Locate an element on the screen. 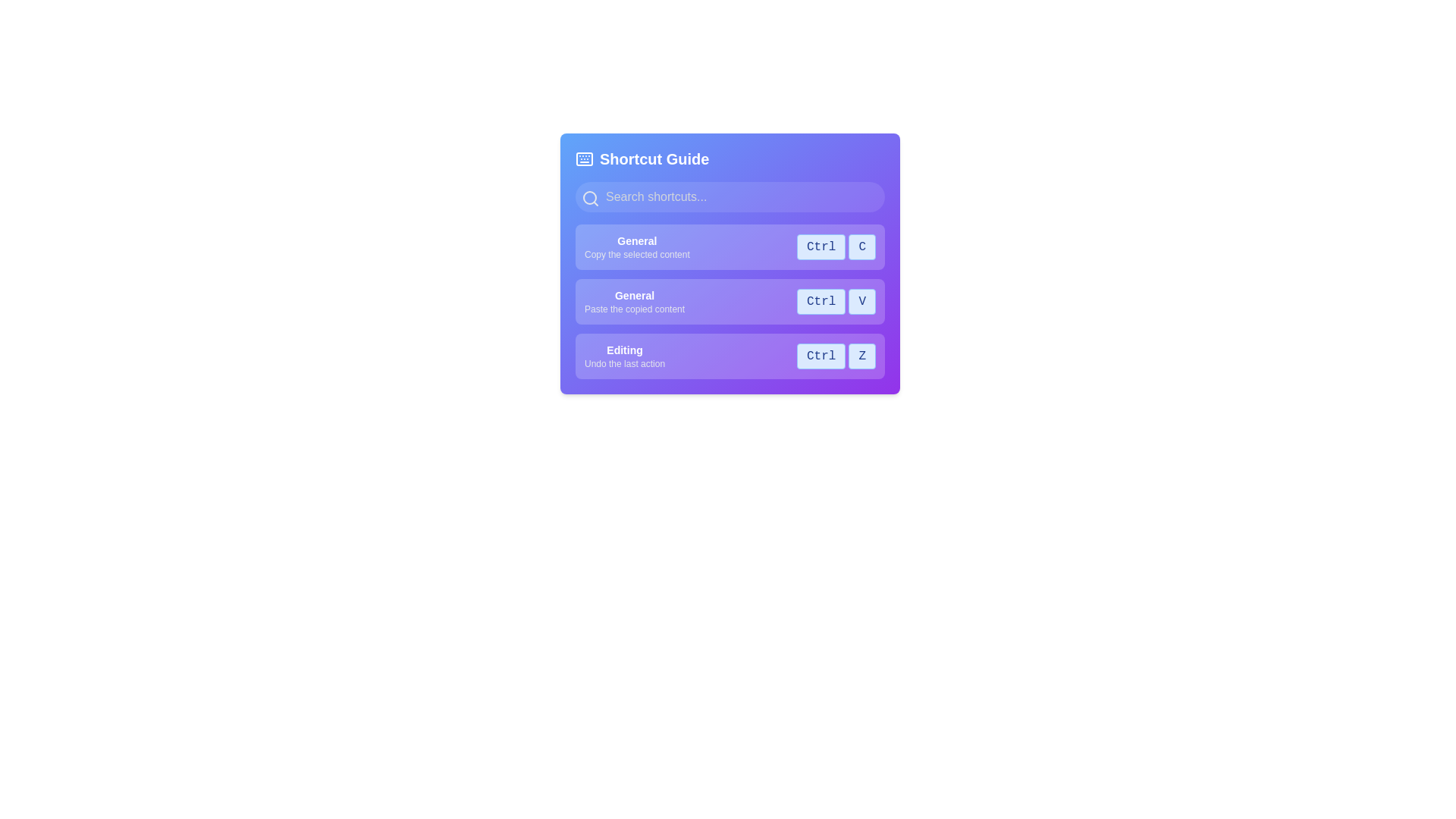 This screenshot has width=1456, height=819. the label displaying the keyboard shortcut for 'Copy' (Ctrl + C) located on the right side of the row for 'Copy the selected content' under the 'General' category in the shortcut guide interface is located at coordinates (836, 246).